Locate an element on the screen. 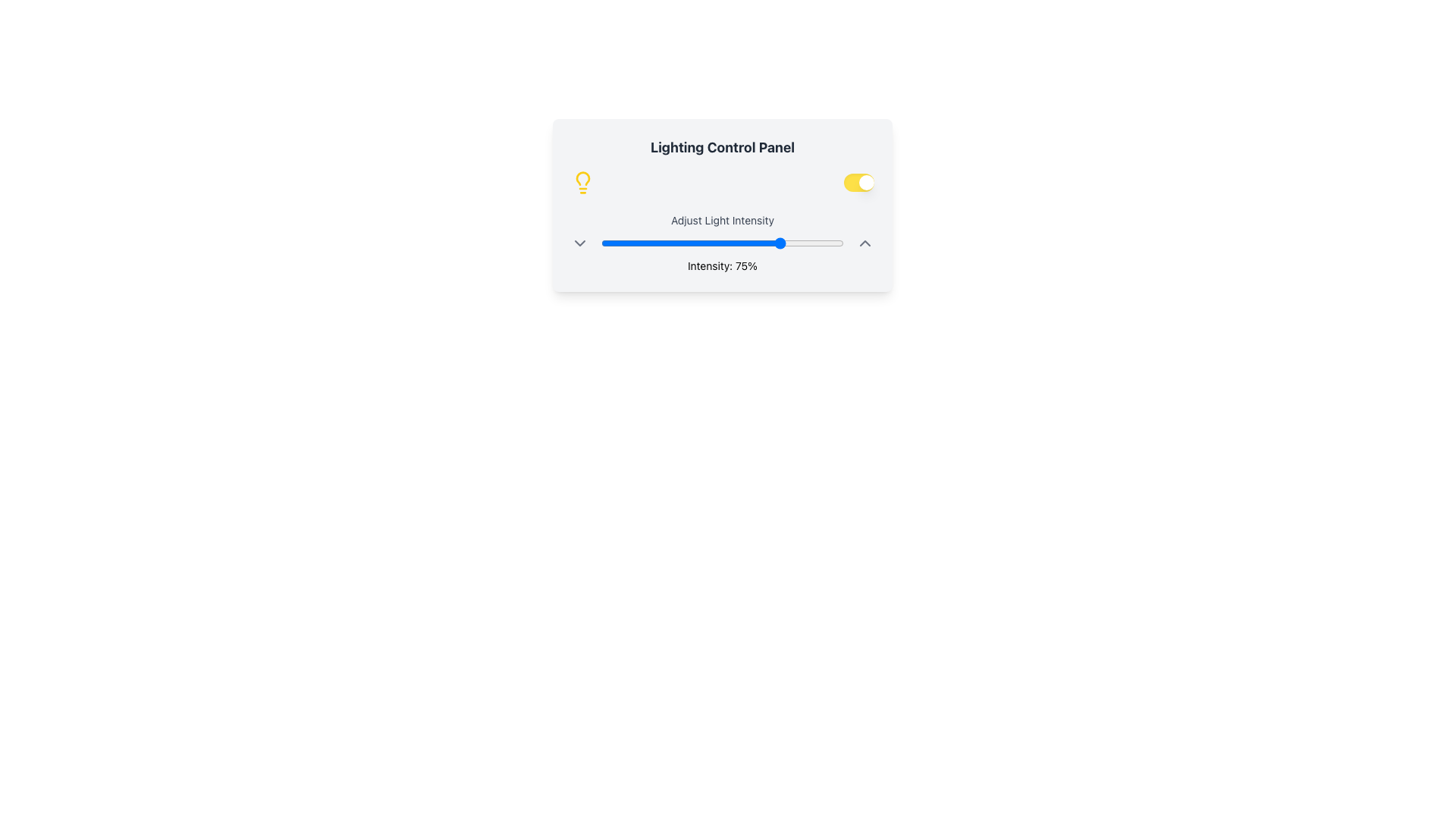 This screenshot has height=819, width=1456. light intensity is located at coordinates (833, 242).